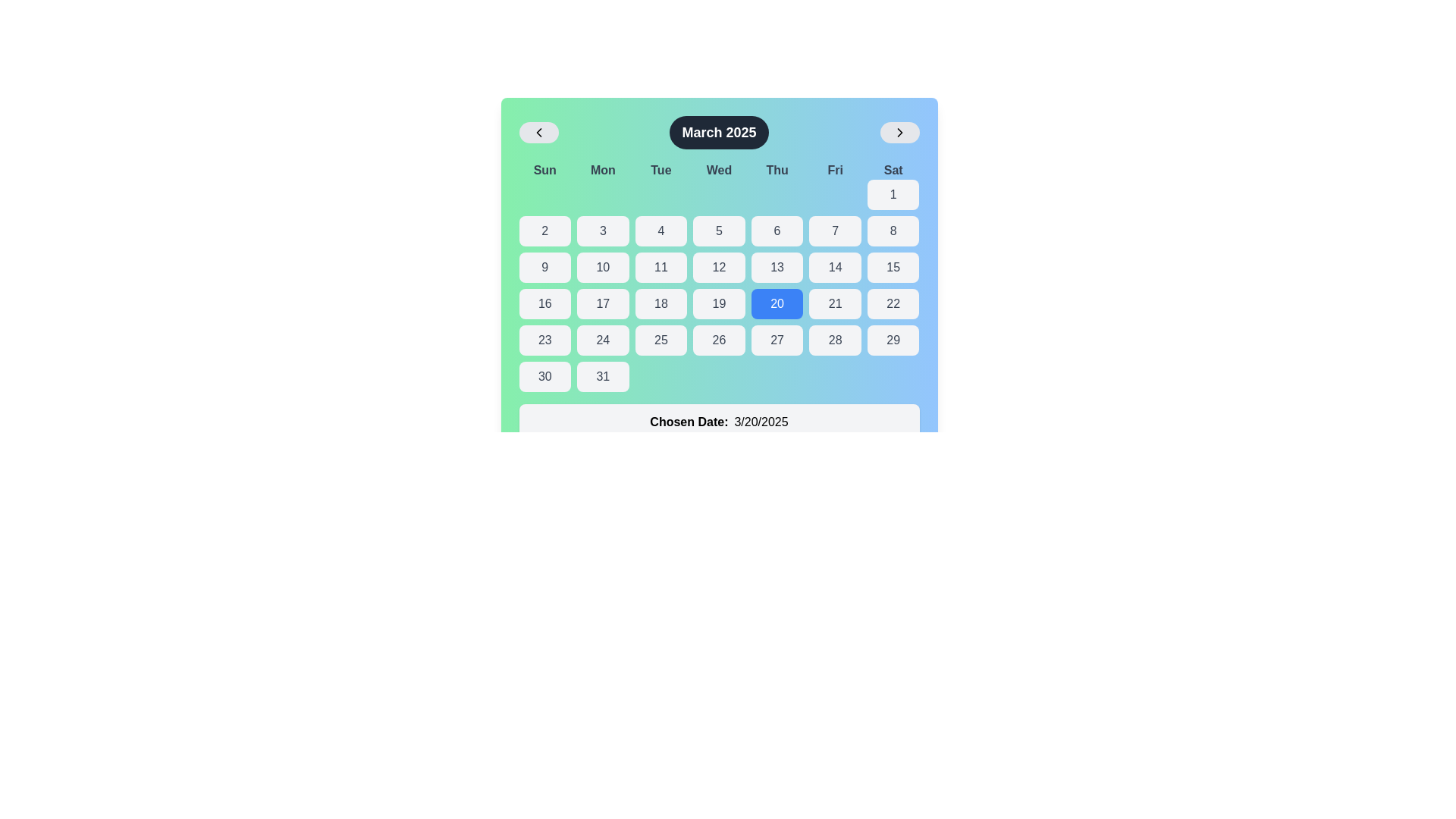 The height and width of the screenshot is (819, 1456). I want to click on the small, rounded rectangular button with a left-pointing arrow icon located, so click(538, 131).